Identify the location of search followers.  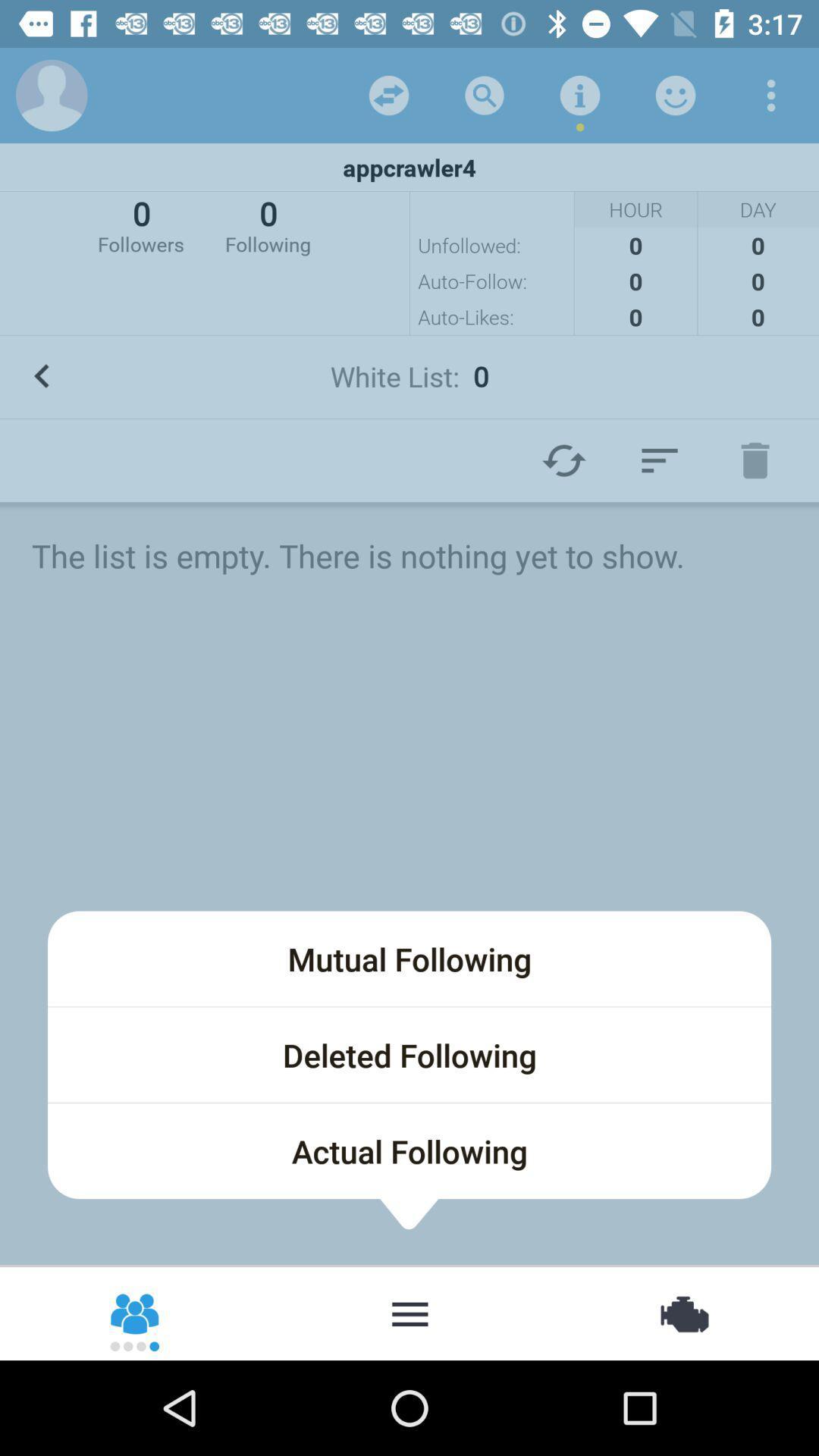
(409, 1312).